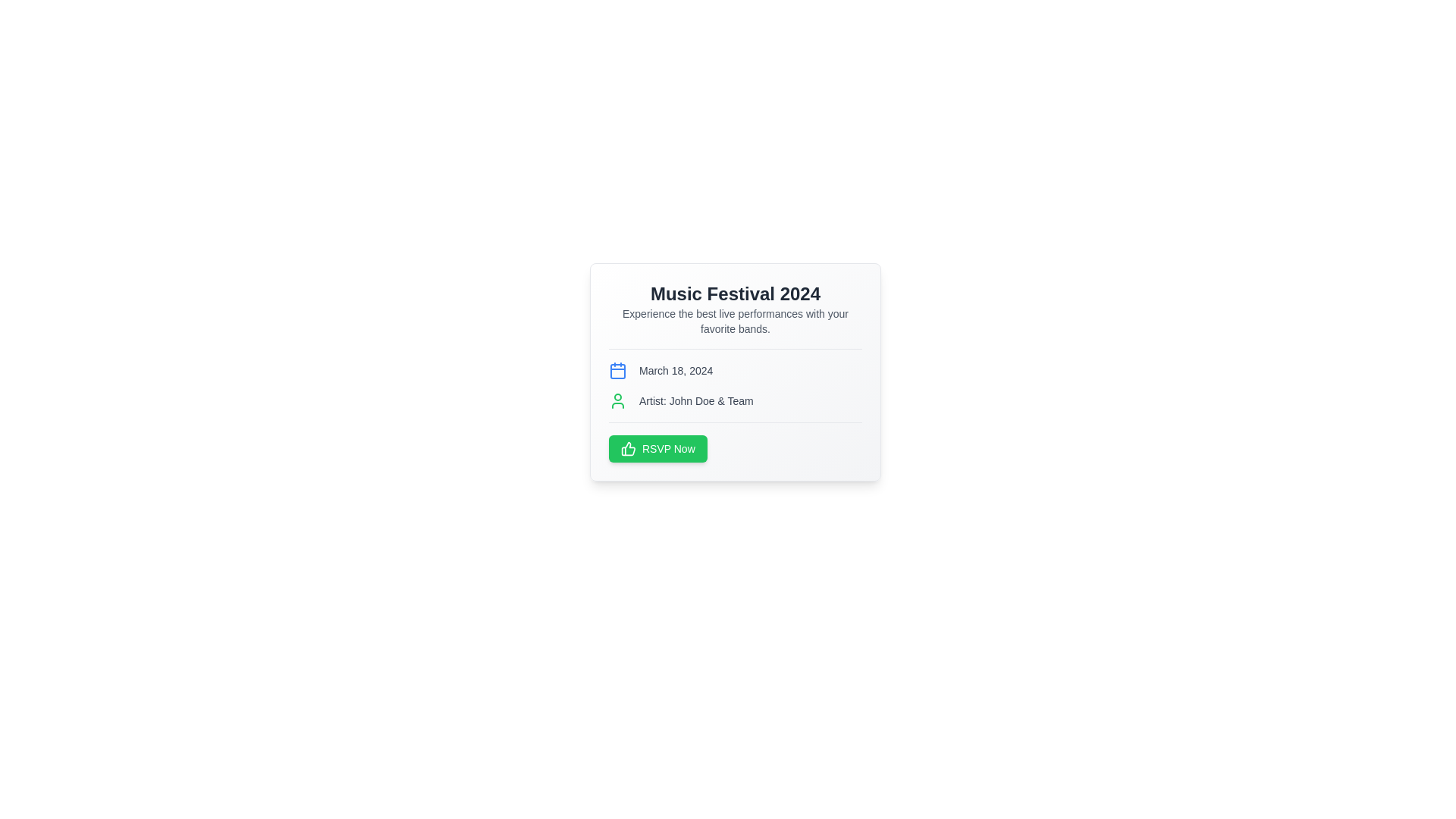 This screenshot has width=1456, height=819. Describe the element at coordinates (735, 321) in the screenshot. I see `descriptive text located directly beneath the headline 'Music Festival 2024', which emphasizes the offering of live performances by favorite bands` at that location.